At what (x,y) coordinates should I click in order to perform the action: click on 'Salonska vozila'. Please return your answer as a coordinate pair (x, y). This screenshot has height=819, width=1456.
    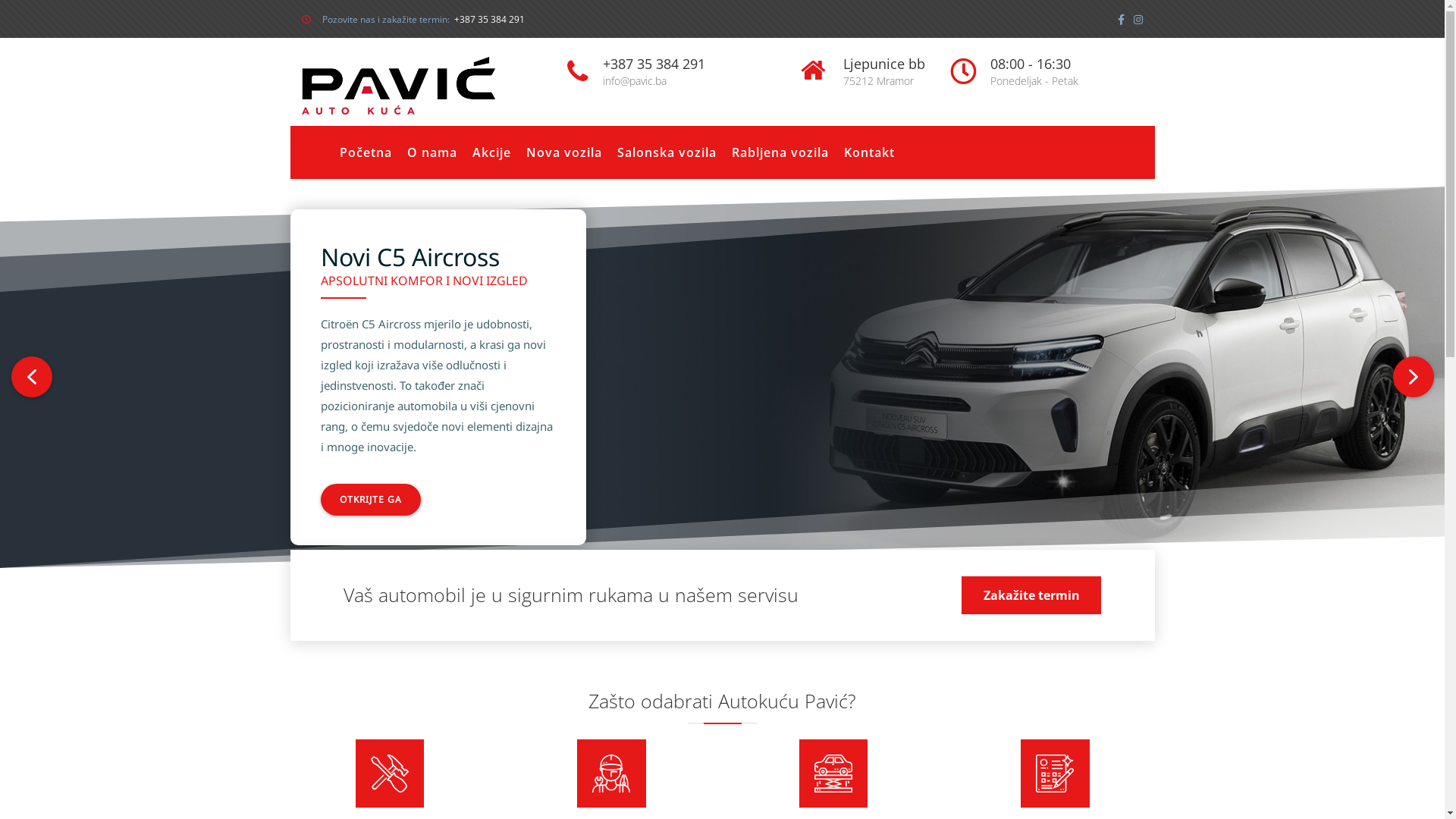
    Looking at the image, I should click on (667, 152).